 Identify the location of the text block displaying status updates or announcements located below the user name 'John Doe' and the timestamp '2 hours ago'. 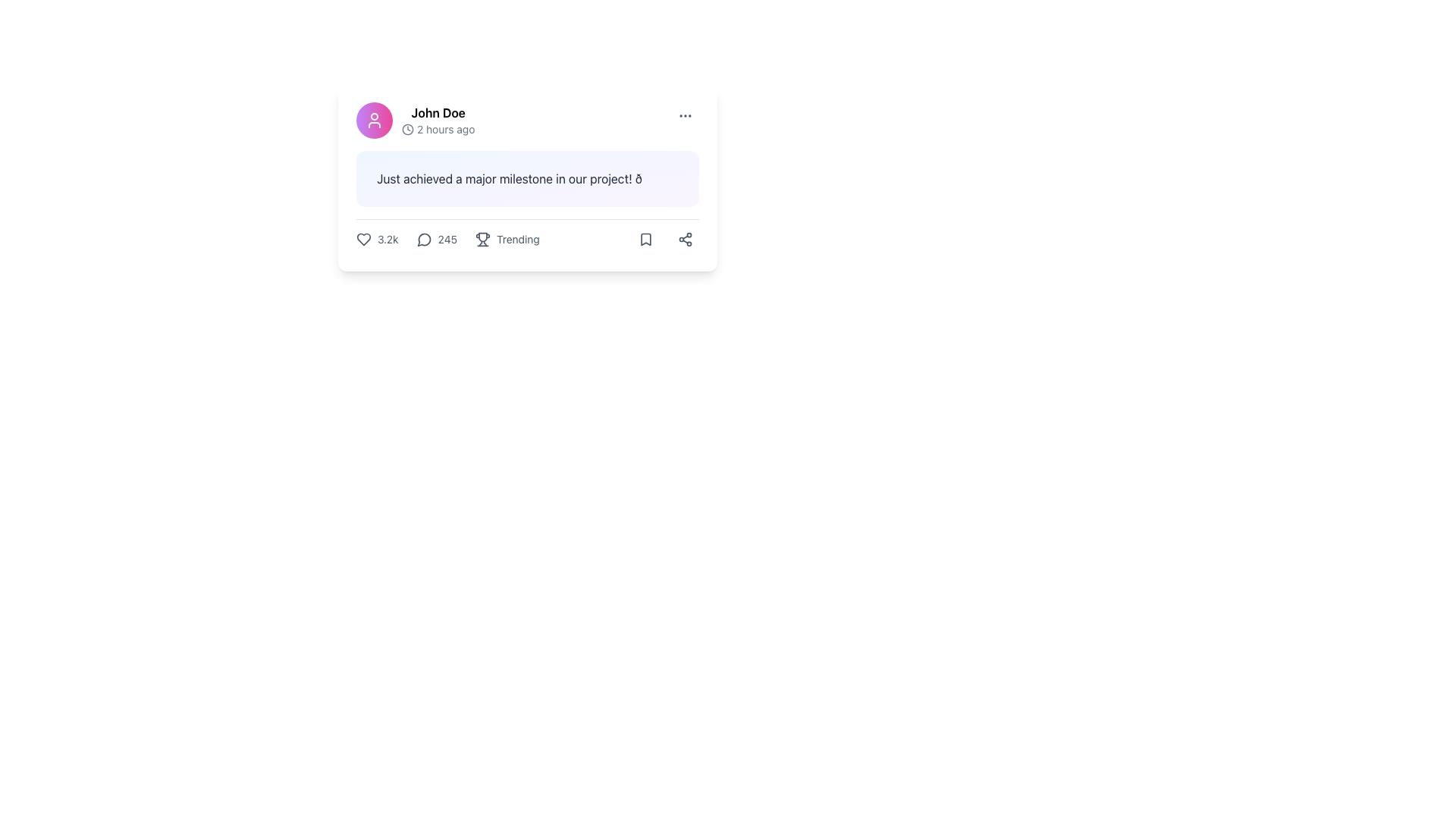
(528, 177).